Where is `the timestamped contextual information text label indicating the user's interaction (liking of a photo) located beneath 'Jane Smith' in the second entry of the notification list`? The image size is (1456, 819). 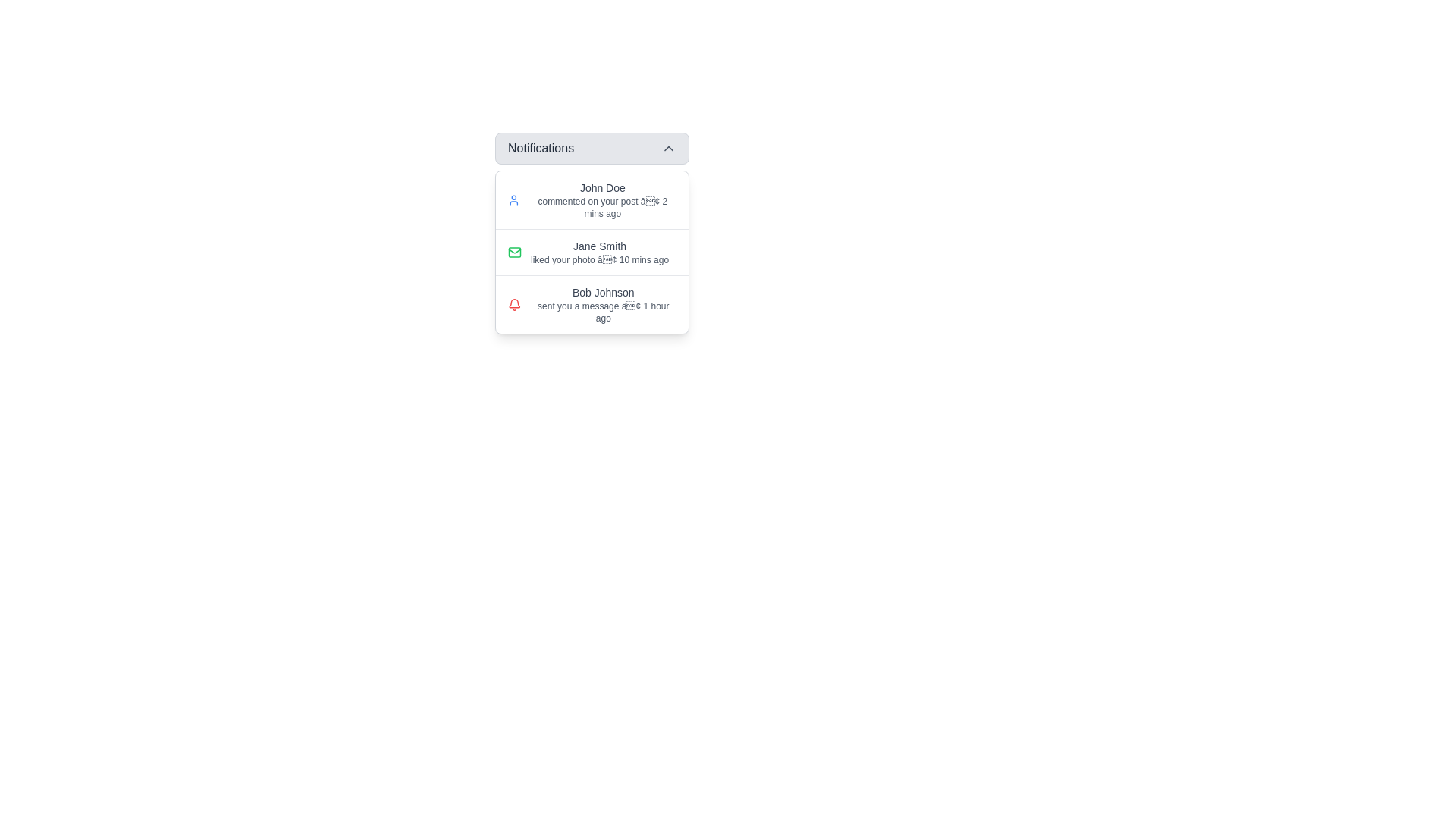 the timestamped contextual information text label indicating the user's interaction (liking of a photo) located beneath 'Jane Smith' in the second entry of the notification list is located at coordinates (599, 259).